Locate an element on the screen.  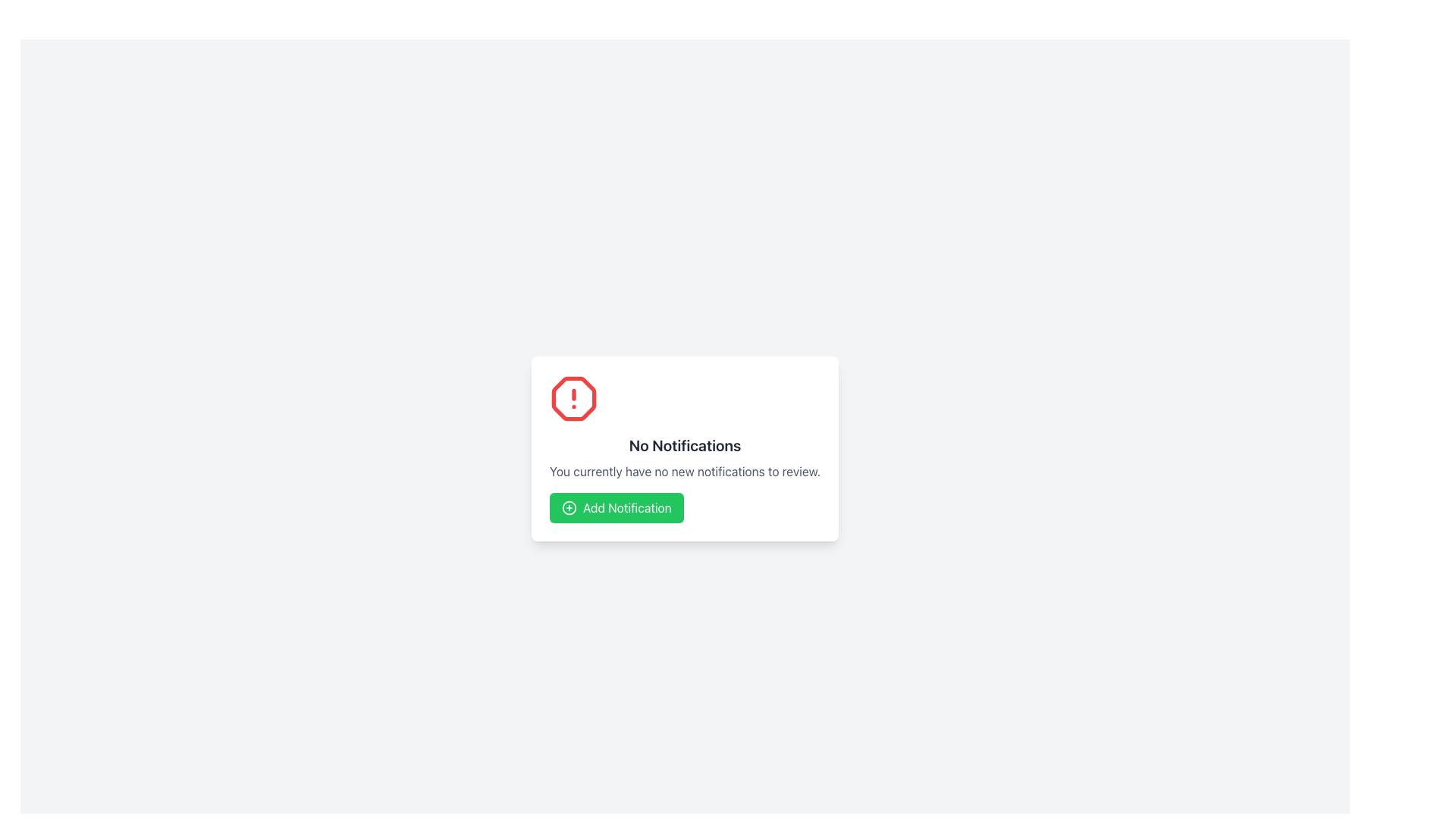
the warning icon indicating the absence of notifications located at the top of the notification card above the title 'No Notifications.' is located at coordinates (573, 397).